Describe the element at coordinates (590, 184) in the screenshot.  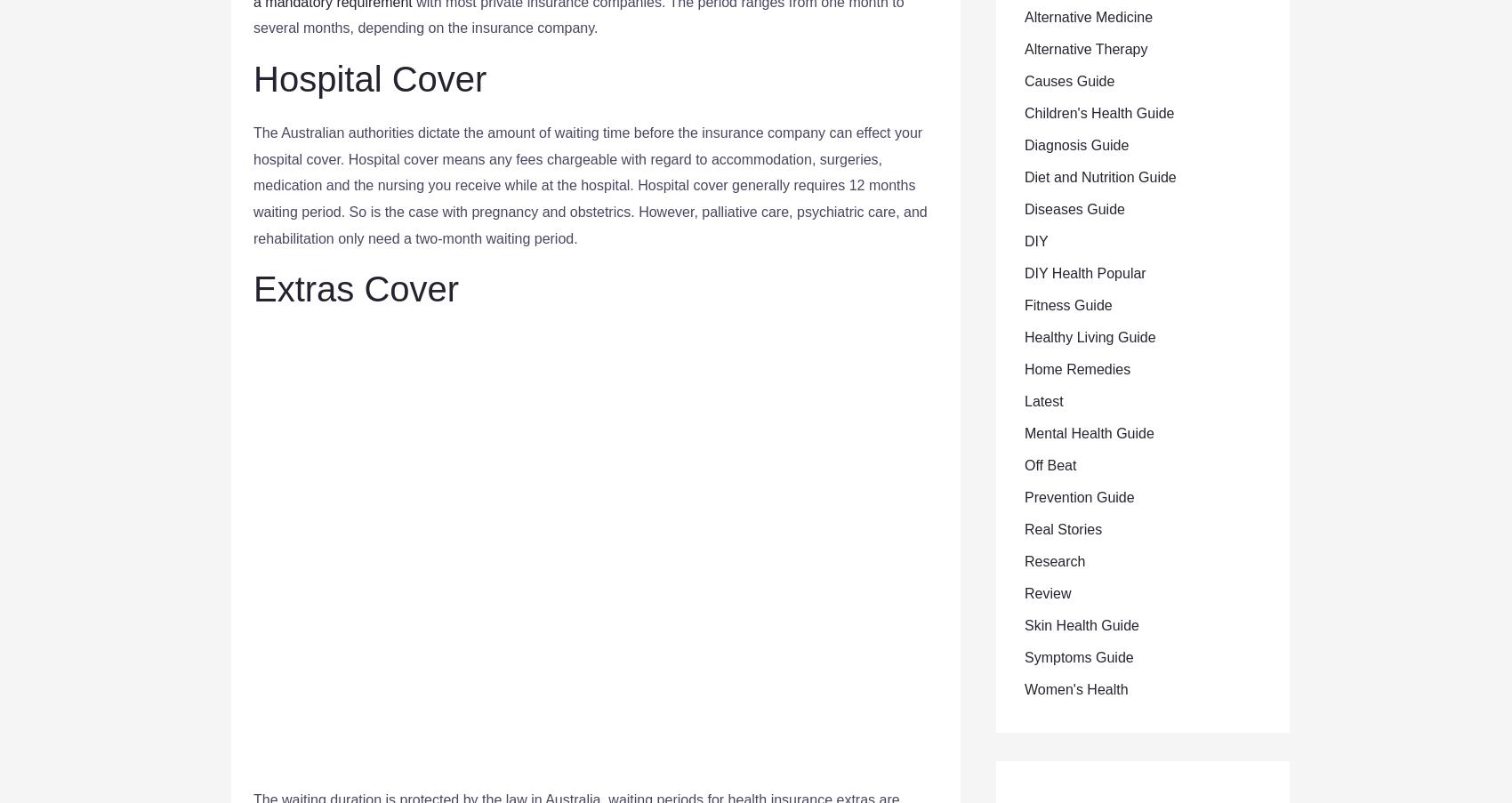
I see `'The Australian authorities dictate the amount of waiting time before the insurance company can effect your hospital cover. Hospital cover means any fees chargeable with regard to accommodation, surgeries, medication and the nursing you receive while at the hospital. Hospital cover generally requires 12 months waiting period. So is the case with pregnancy and obstetrics. However, palliative care, psychiatric care, and rehabilitation only need a two-month waiting period.'` at that location.